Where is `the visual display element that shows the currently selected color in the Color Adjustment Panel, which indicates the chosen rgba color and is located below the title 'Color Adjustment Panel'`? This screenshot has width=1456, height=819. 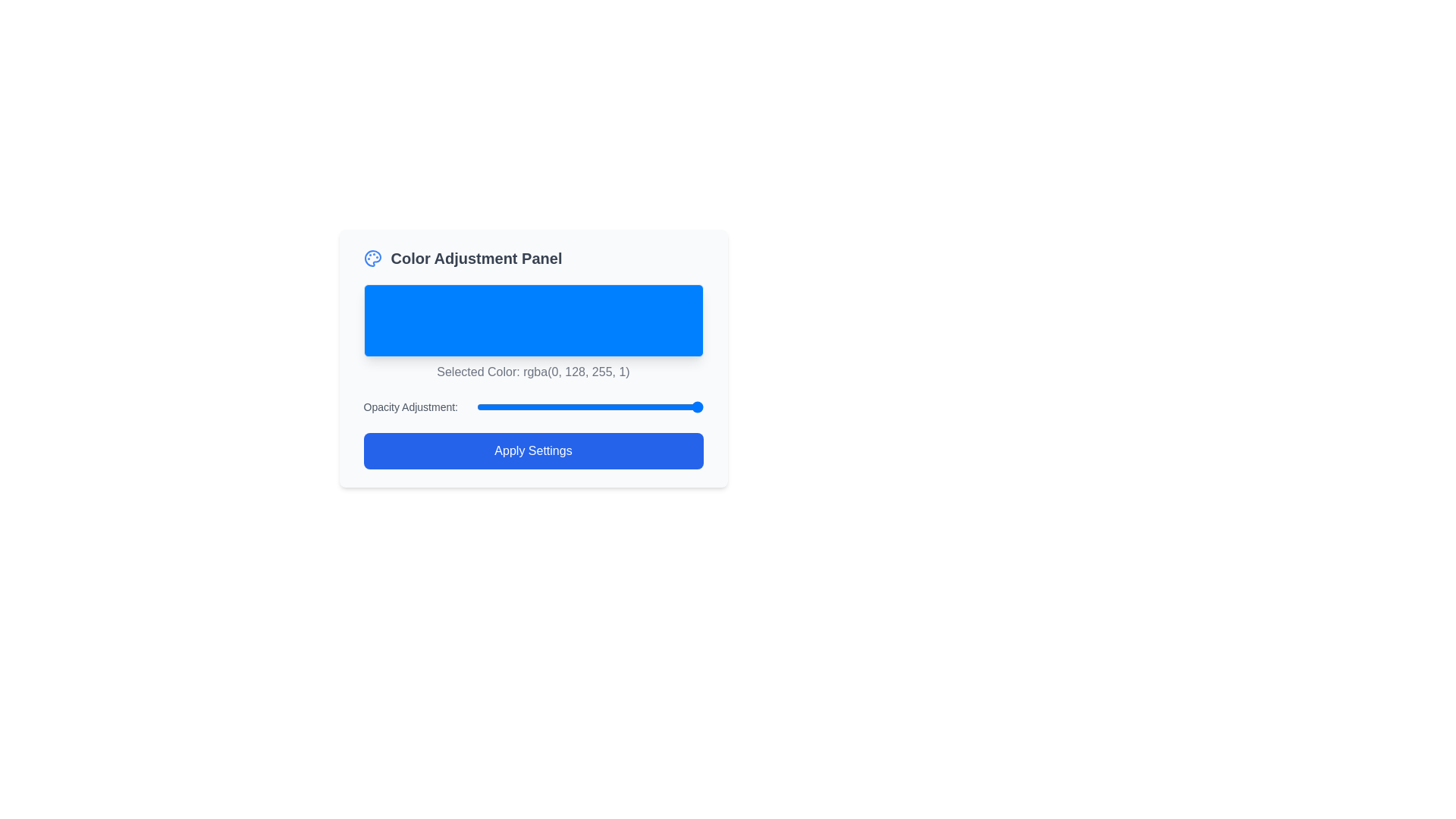
the visual display element that shows the currently selected color in the Color Adjustment Panel, which indicates the chosen rgba color and is located below the title 'Color Adjustment Panel' is located at coordinates (533, 332).